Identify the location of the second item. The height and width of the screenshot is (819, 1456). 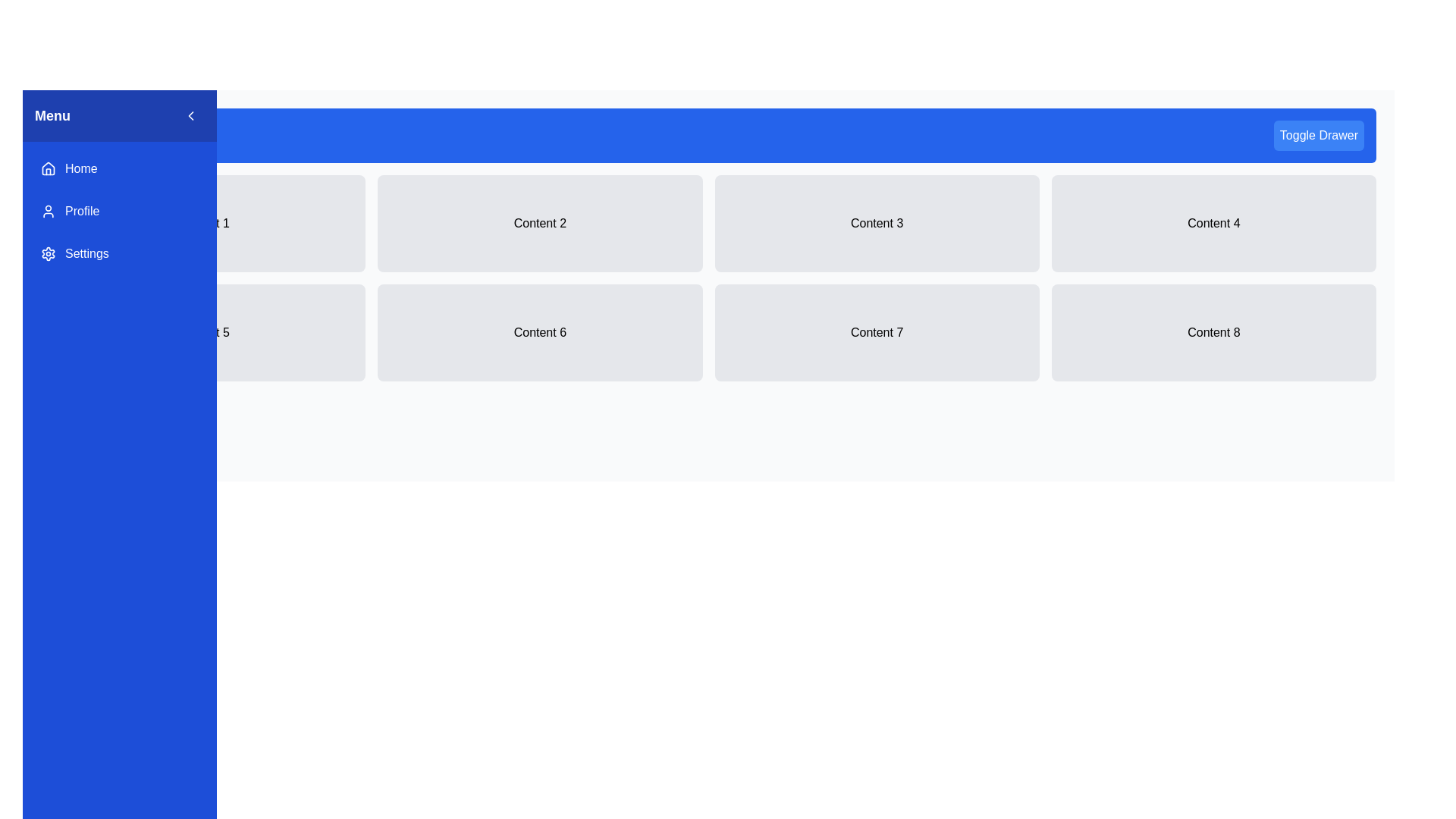
(119, 211).